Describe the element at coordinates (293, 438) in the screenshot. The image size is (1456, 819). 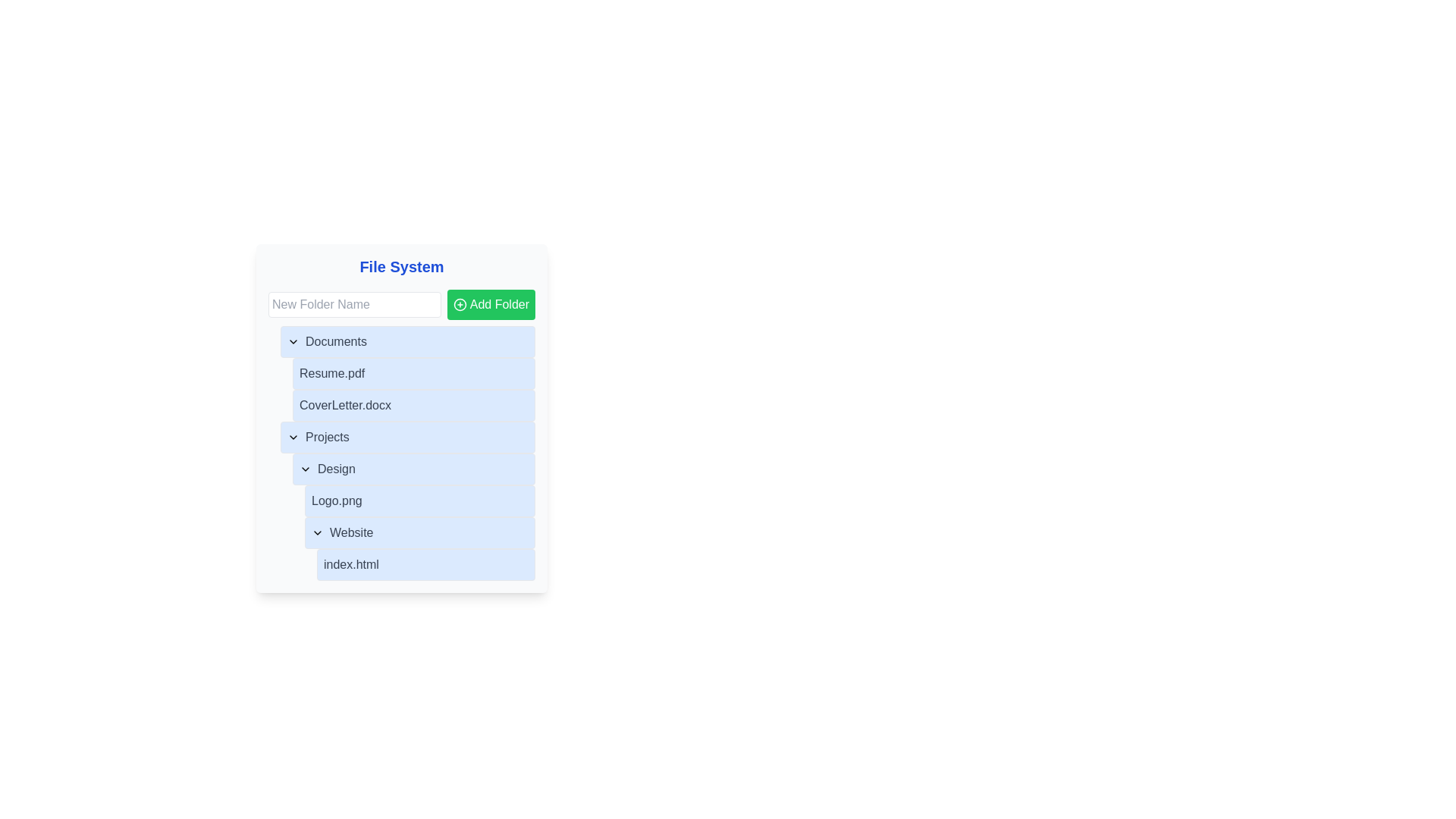
I see `the small downward-pointing chevron toggle button, which is outlined and located` at that location.